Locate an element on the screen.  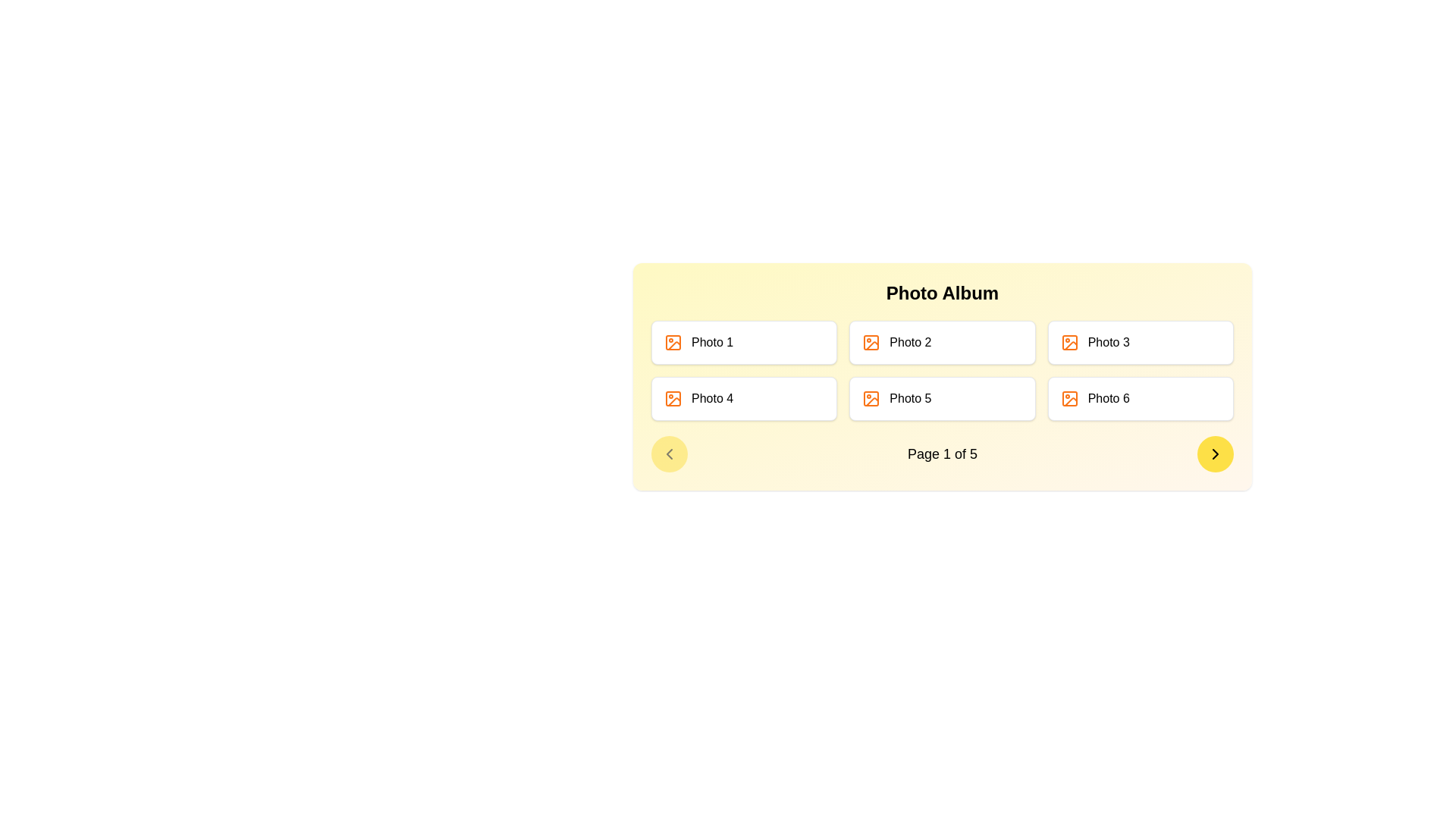
the background square of the SVG-based icon next to the text 'Photo 6' in the lower right of the grid in the Photo Album interface is located at coordinates (1068, 397).